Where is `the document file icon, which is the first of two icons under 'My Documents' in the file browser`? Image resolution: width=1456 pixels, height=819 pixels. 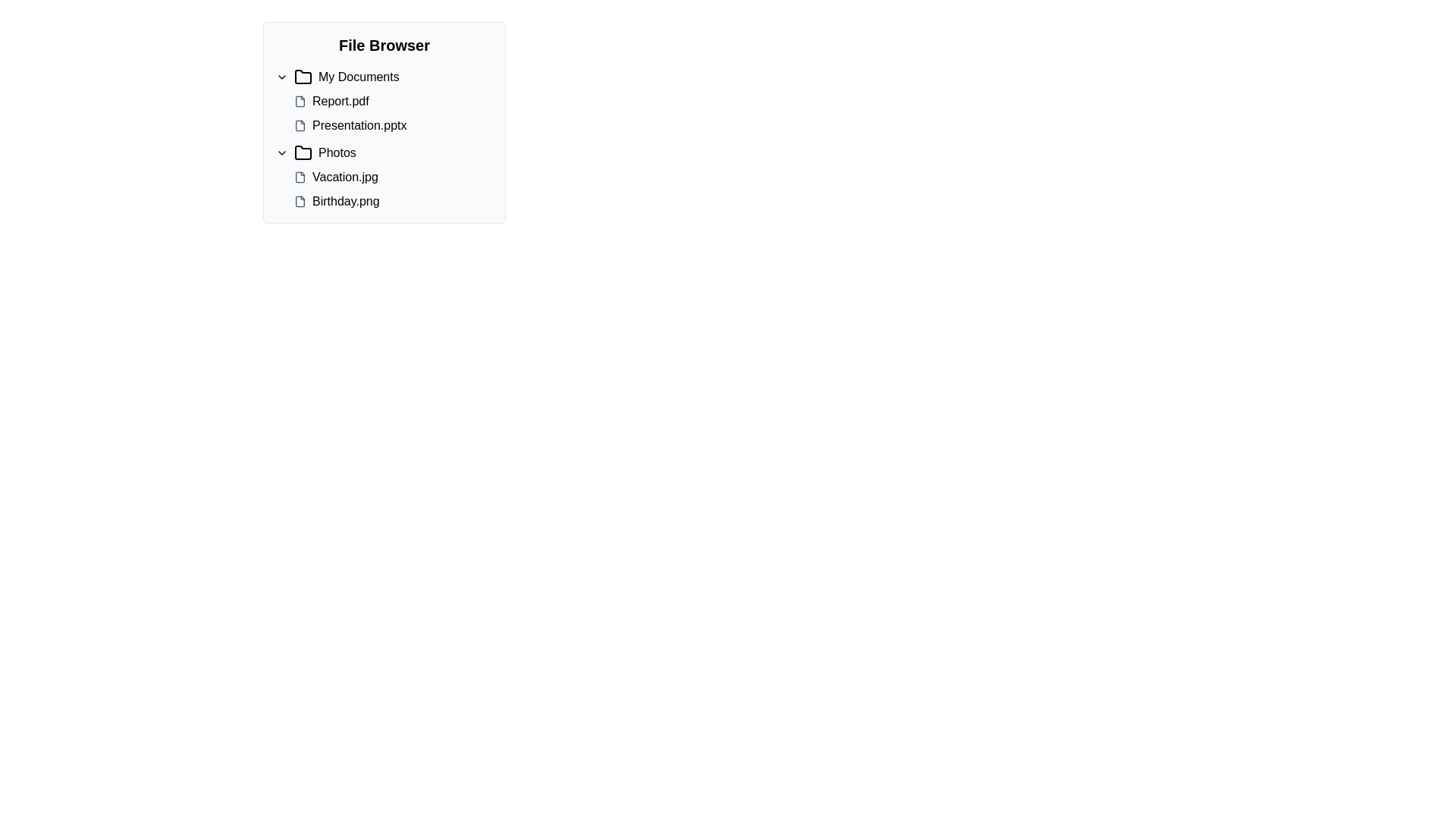
the document file icon, which is the first of two icons under 'My Documents' in the file browser is located at coordinates (300, 102).